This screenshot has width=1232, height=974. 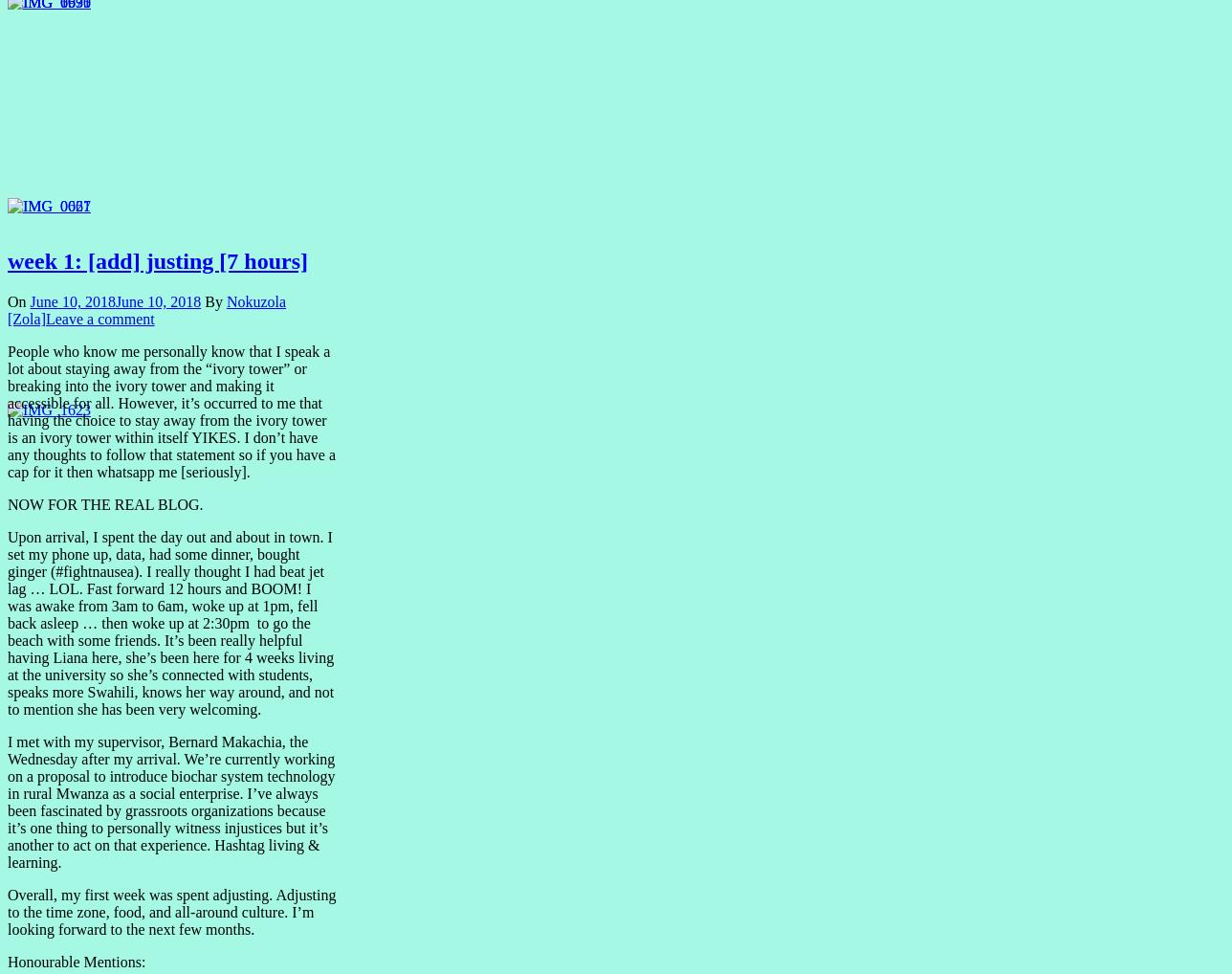 I want to click on 'Upon arrival, I spent the day out and about in town. I set my phone up, data, had some dinner, bought ginger (#fightnausea). I really thought I had beat jet lag … LOL. Fast forward 12 hours and BOOM! I was awake from 3am to 6am, woke up at 1pm, fell back asleep … then woke up at 2:30pm  to go the beach with some friends. It’s been really helpful having Liana here, she’s been here for 4 weeks living at the university so she’s connected with students, speaks more Swahili, knows her way around, and not to mention she has been very welcoming.', so click(x=170, y=622).